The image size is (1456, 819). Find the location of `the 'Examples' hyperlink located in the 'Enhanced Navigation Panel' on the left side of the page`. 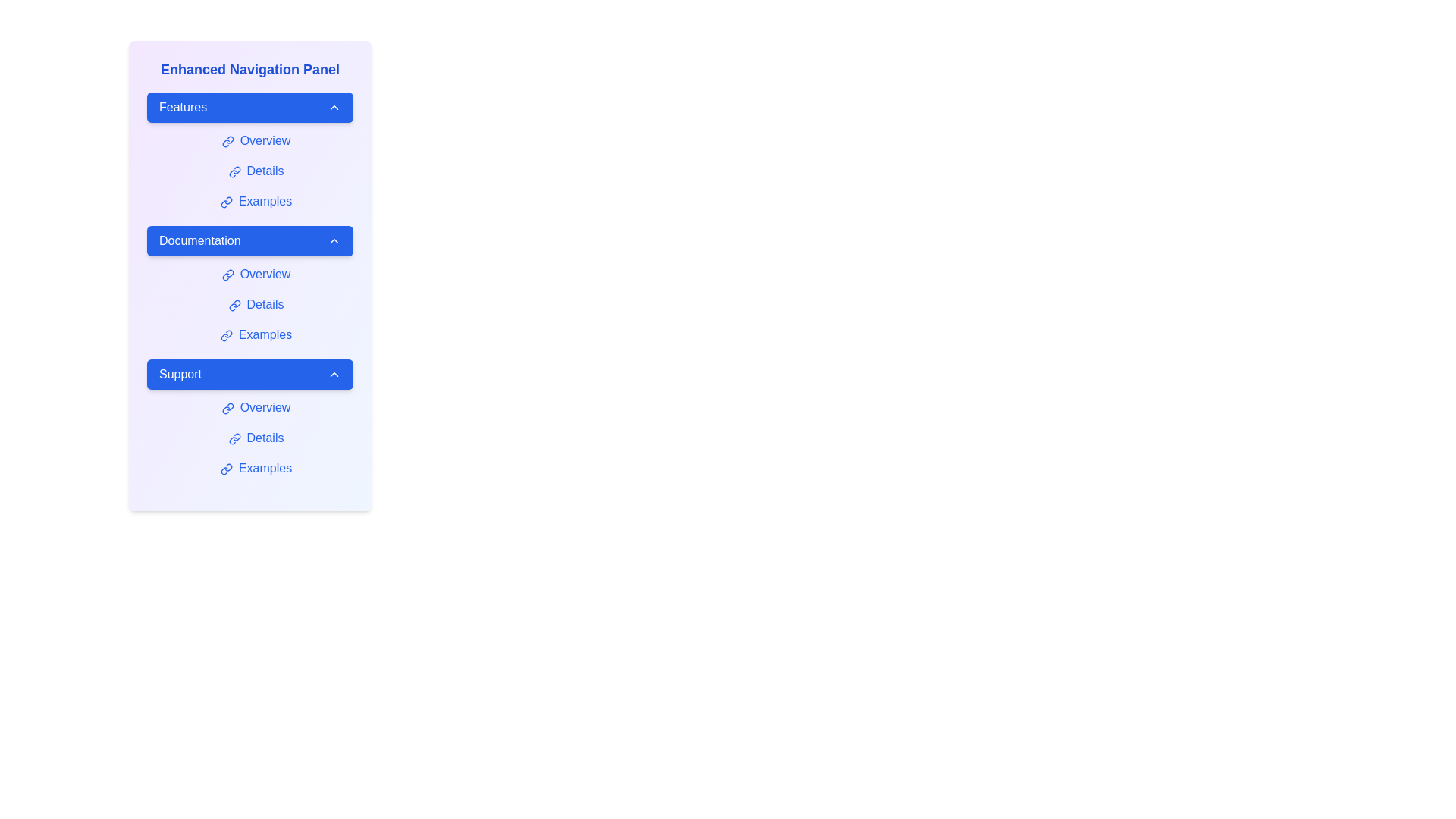

the 'Examples' hyperlink located in the 'Enhanced Navigation Panel' on the left side of the page is located at coordinates (256, 201).